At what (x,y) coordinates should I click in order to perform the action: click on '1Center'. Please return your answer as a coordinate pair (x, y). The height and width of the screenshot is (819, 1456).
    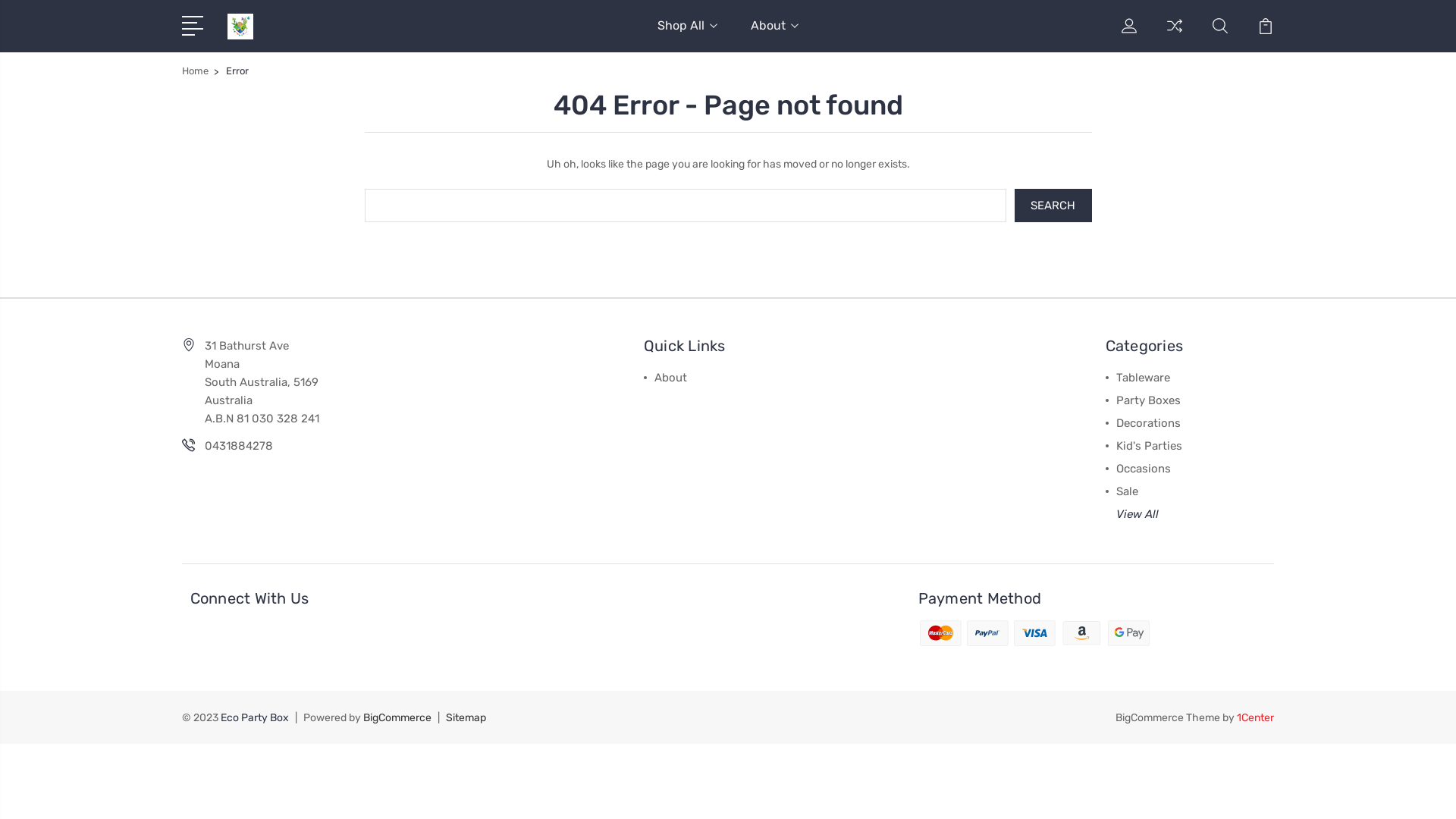
    Looking at the image, I should click on (1255, 717).